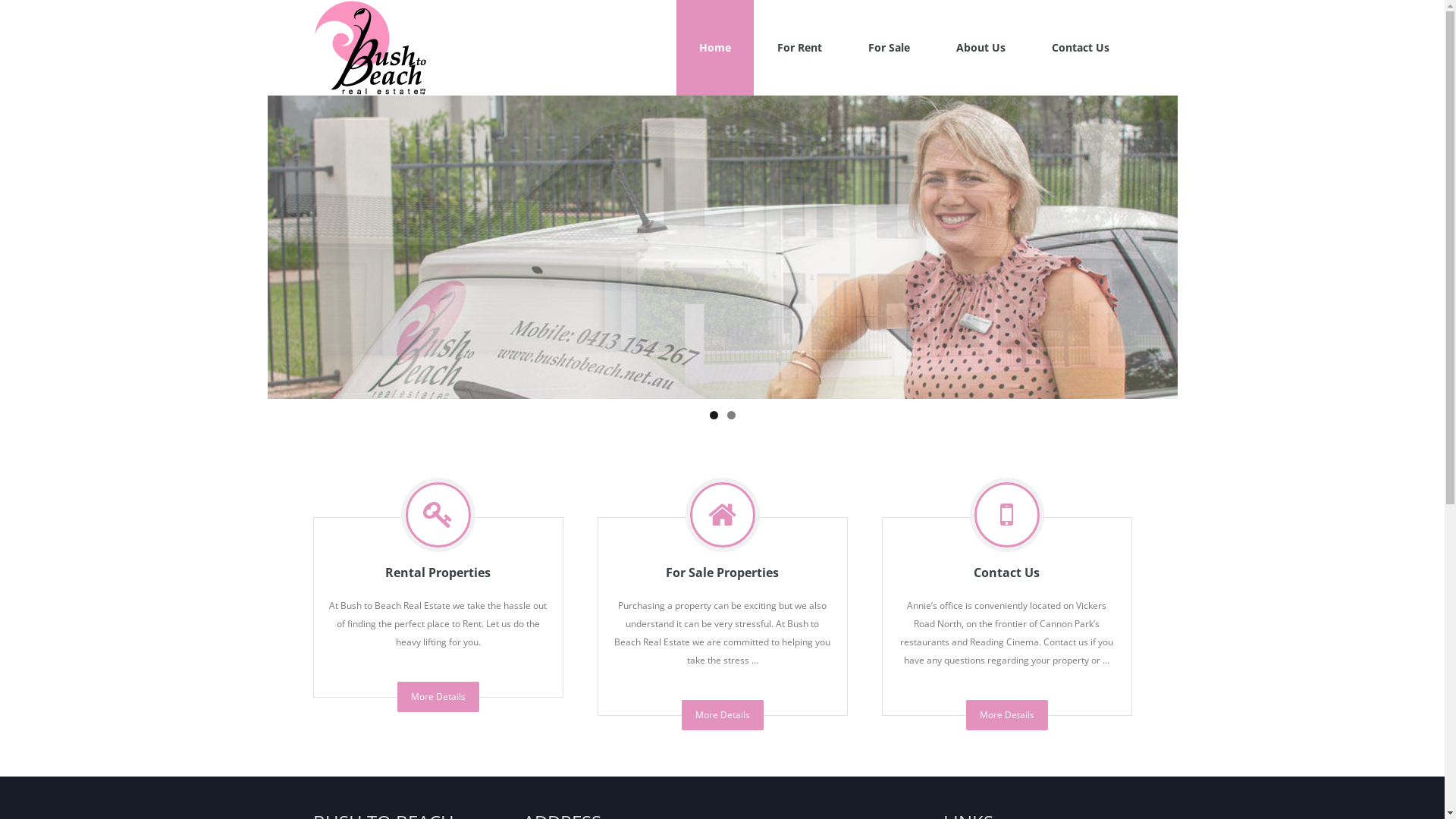 Image resolution: width=1456 pixels, height=819 pixels. What do you see at coordinates (980, 46) in the screenshot?
I see `'About Us'` at bounding box center [980, 46].